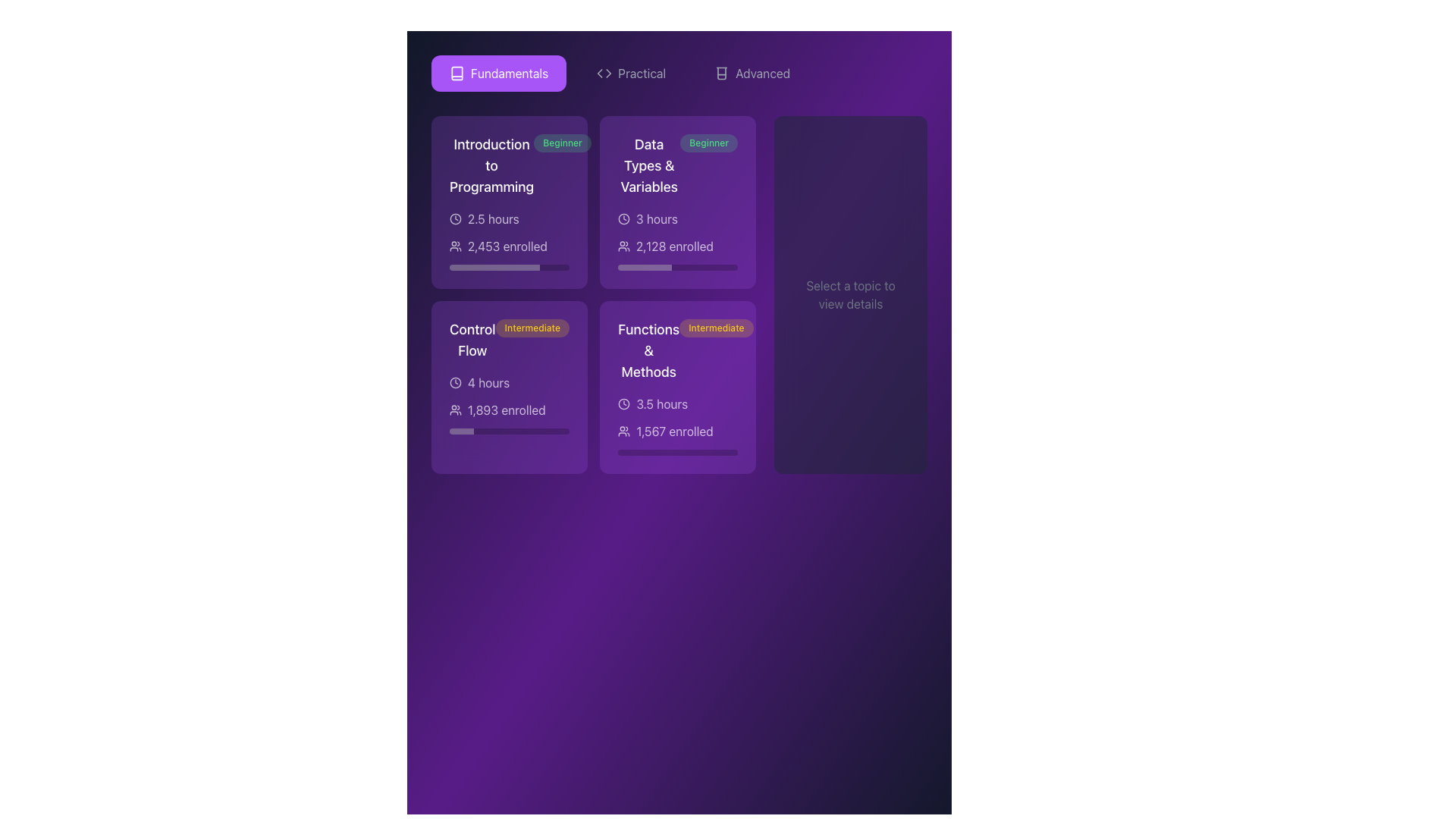  I want to click on the interactive card with a purple background titled 'Data Types & Variables' located in the top-right quadrant, so click(676, 201).